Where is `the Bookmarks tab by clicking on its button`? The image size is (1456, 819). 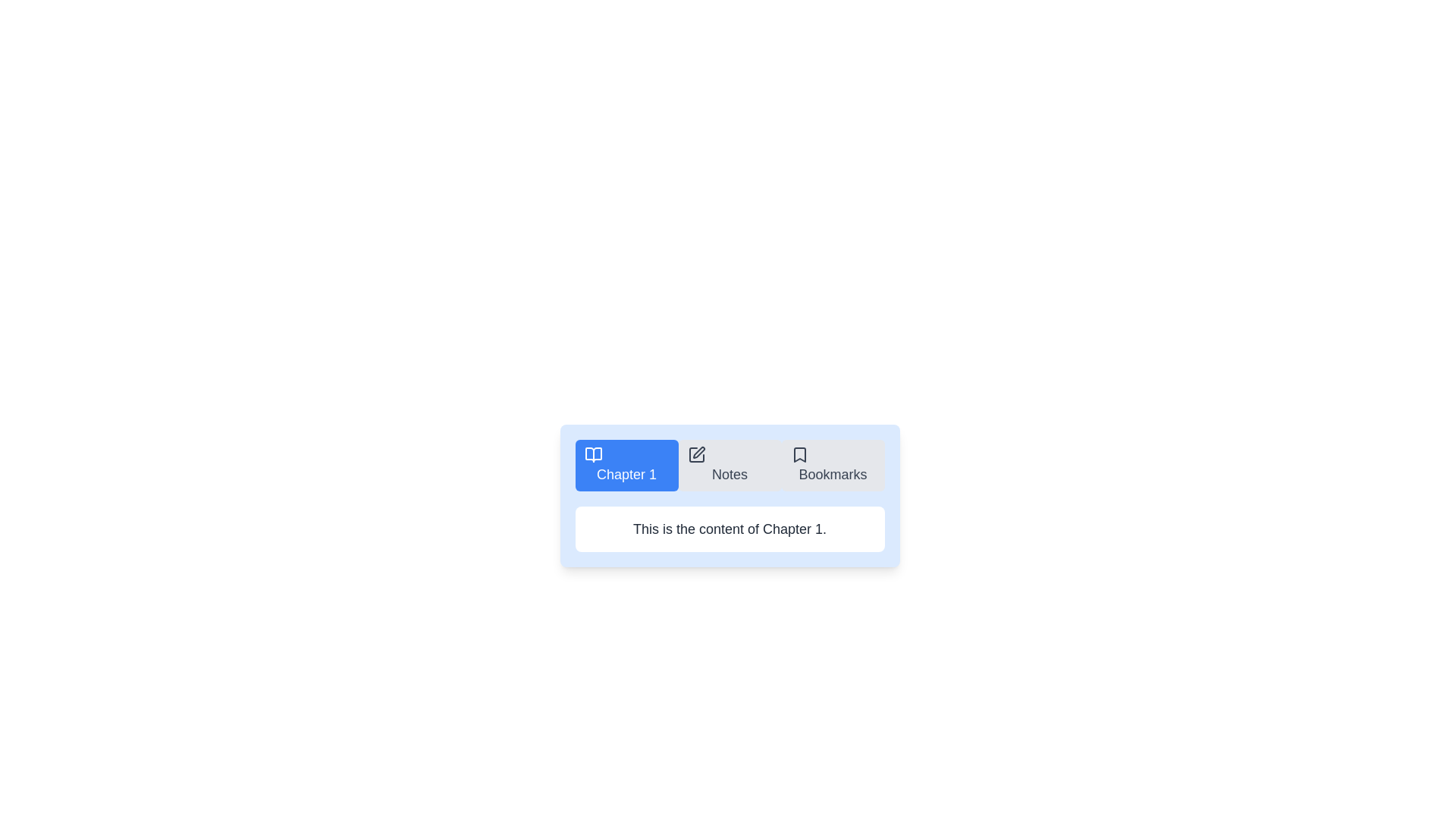
the Bookmarks tab by clicking on its button is located at coordinates (832, 464).